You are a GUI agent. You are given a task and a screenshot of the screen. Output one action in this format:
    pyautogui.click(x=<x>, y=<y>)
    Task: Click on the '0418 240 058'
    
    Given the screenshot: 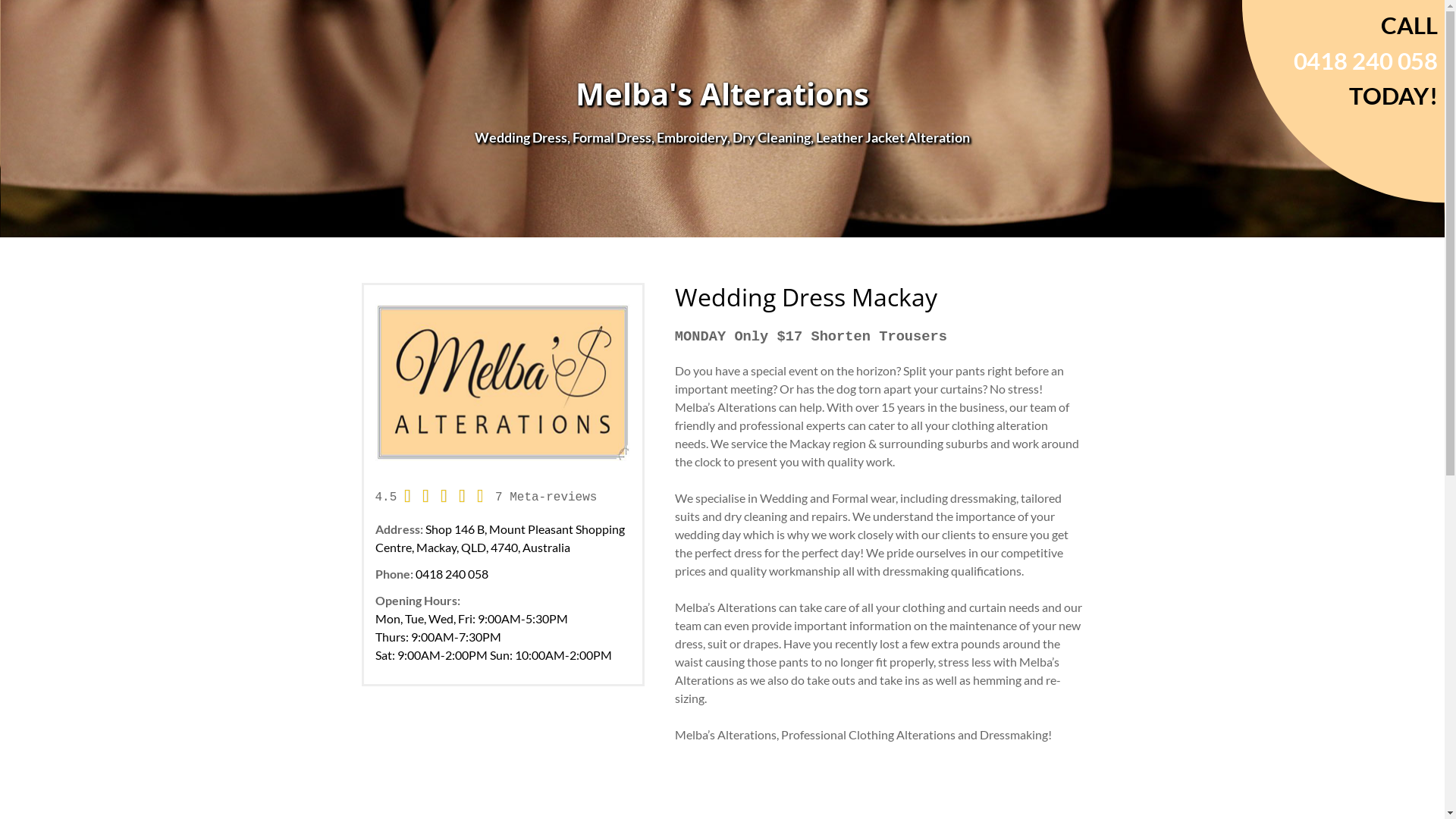 What is the action you would take?
    pyautogui.click(x=450, y=573)
    